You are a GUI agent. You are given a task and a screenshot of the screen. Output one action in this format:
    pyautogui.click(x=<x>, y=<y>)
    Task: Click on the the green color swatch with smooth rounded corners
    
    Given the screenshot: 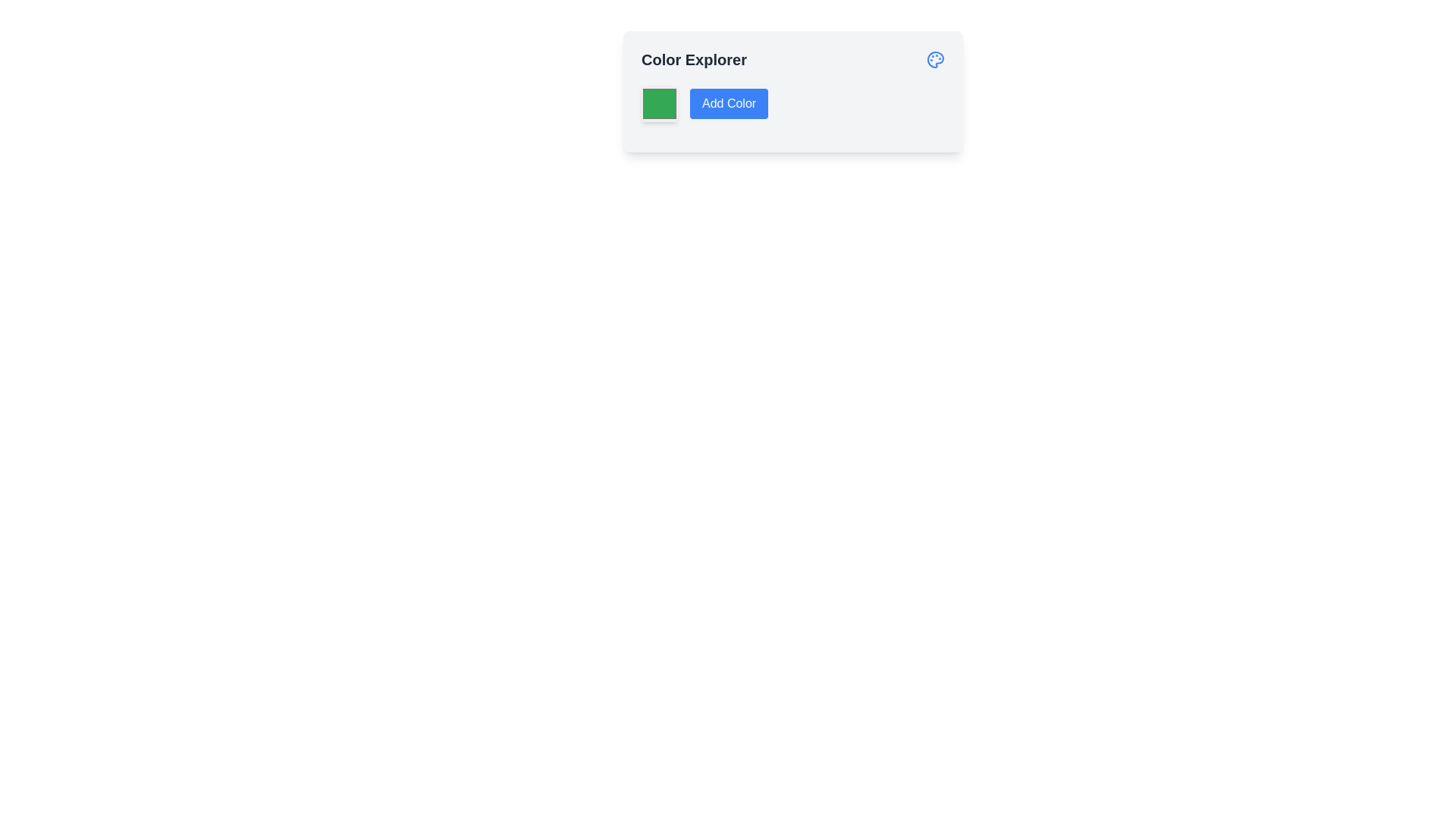 What is the action you would take?
    pyautogui.click(x=659, y=103)
    